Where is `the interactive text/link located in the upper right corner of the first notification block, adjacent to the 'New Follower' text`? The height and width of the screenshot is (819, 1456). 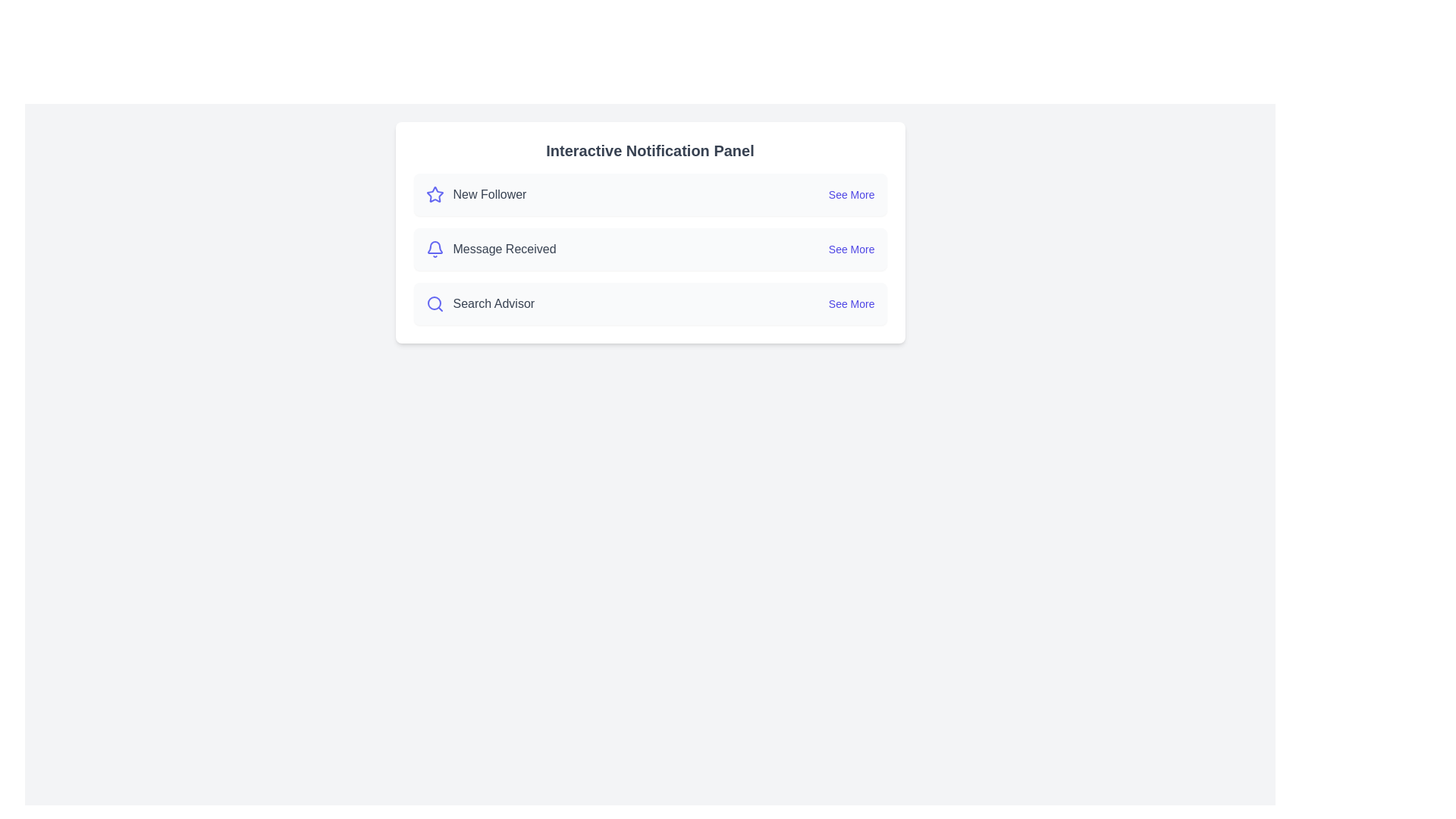 the interactive text/link located in the upper right corner of the first notification block, adjacent to the 'New Follower' text is located at coordinates (852, 194).